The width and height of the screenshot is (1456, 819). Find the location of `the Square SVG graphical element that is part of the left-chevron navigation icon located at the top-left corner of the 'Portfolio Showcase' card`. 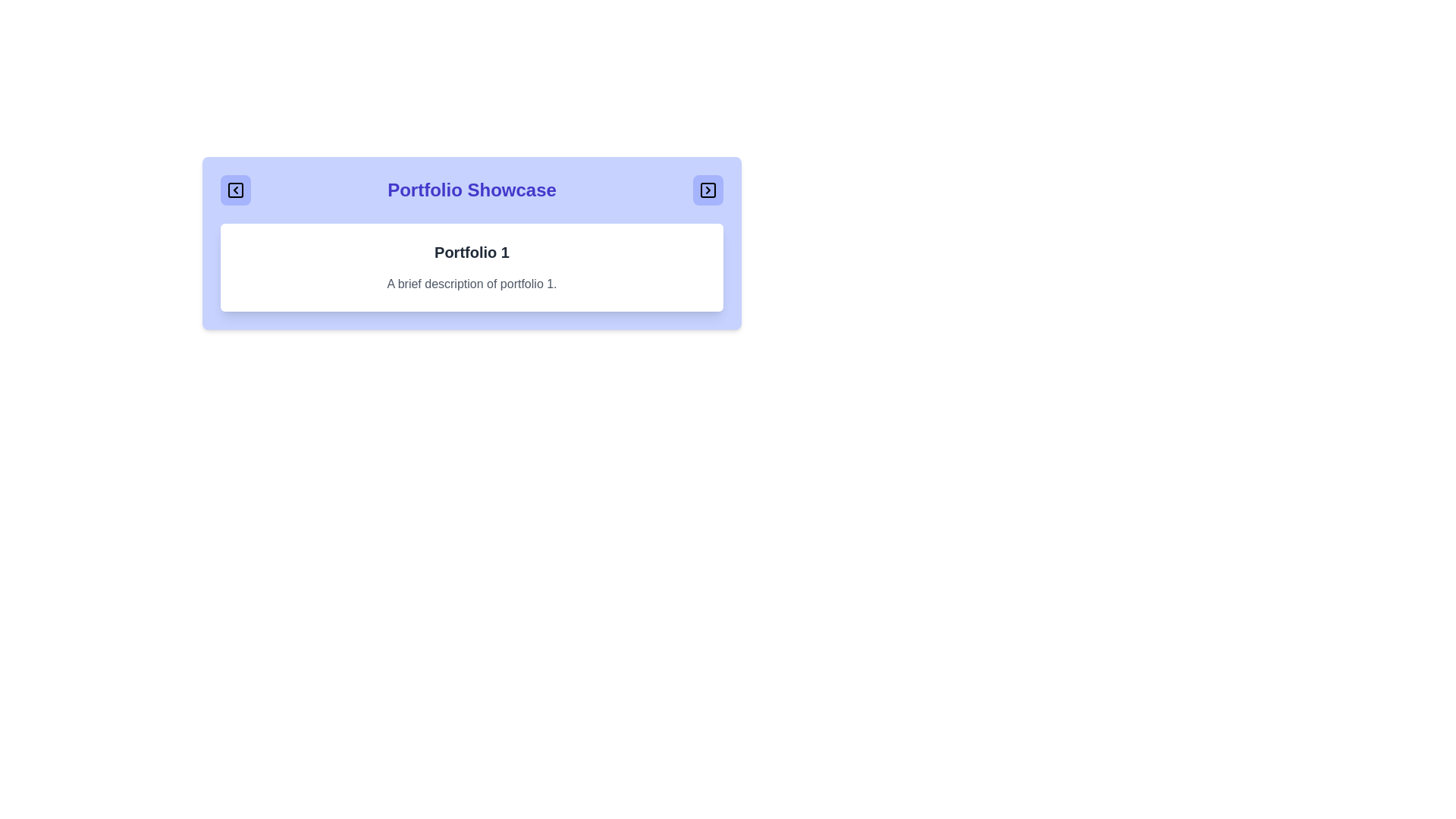

the Square SVG graphical element that is part of the left-chevron navigation icon located at the top-left corner of the 'Portfolio Showcase' card is located at coordinates (235, 189).